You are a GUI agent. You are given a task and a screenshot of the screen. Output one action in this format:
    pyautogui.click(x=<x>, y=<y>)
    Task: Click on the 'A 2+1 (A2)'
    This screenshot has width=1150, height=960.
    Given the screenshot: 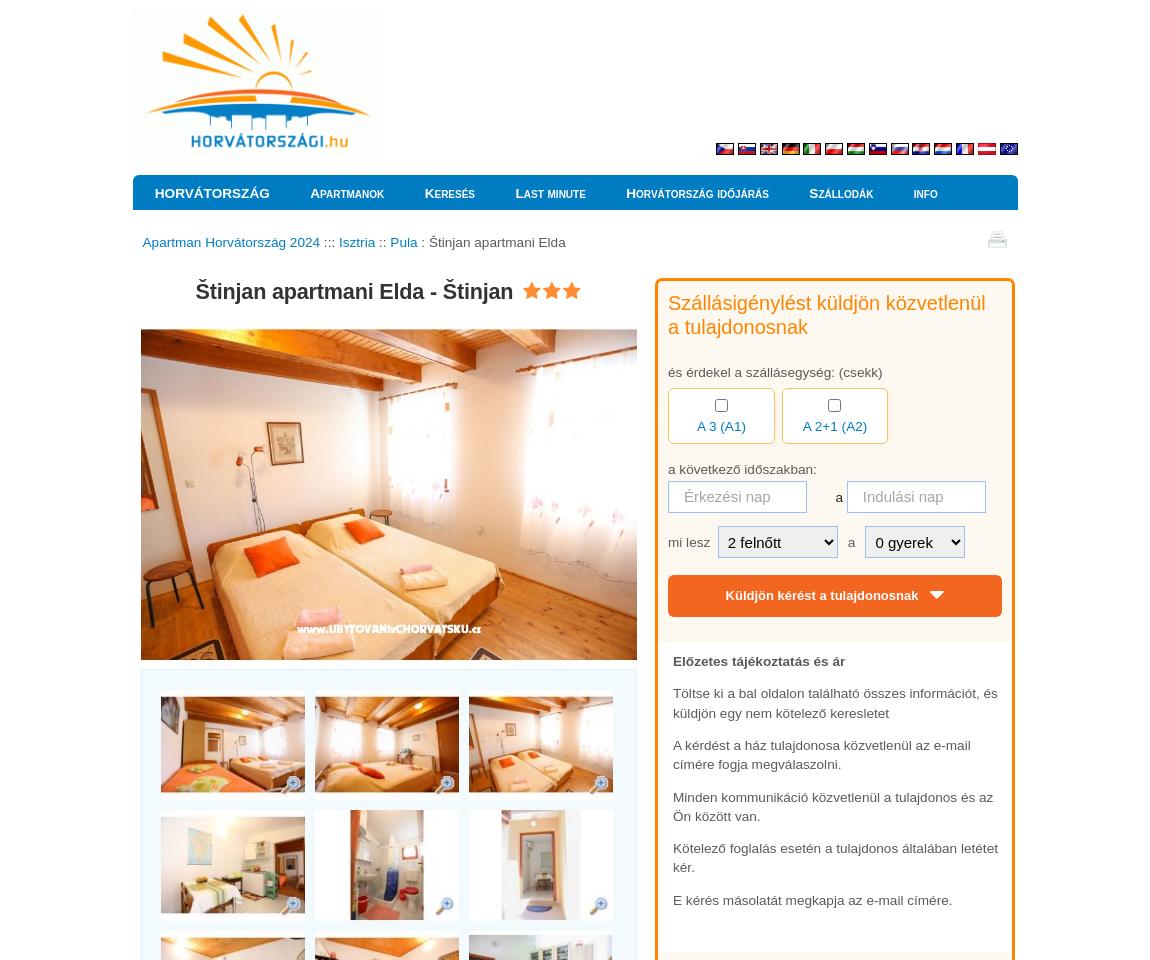 What is the action you would take?
    pyautogui.click(x=801, y=426)
    